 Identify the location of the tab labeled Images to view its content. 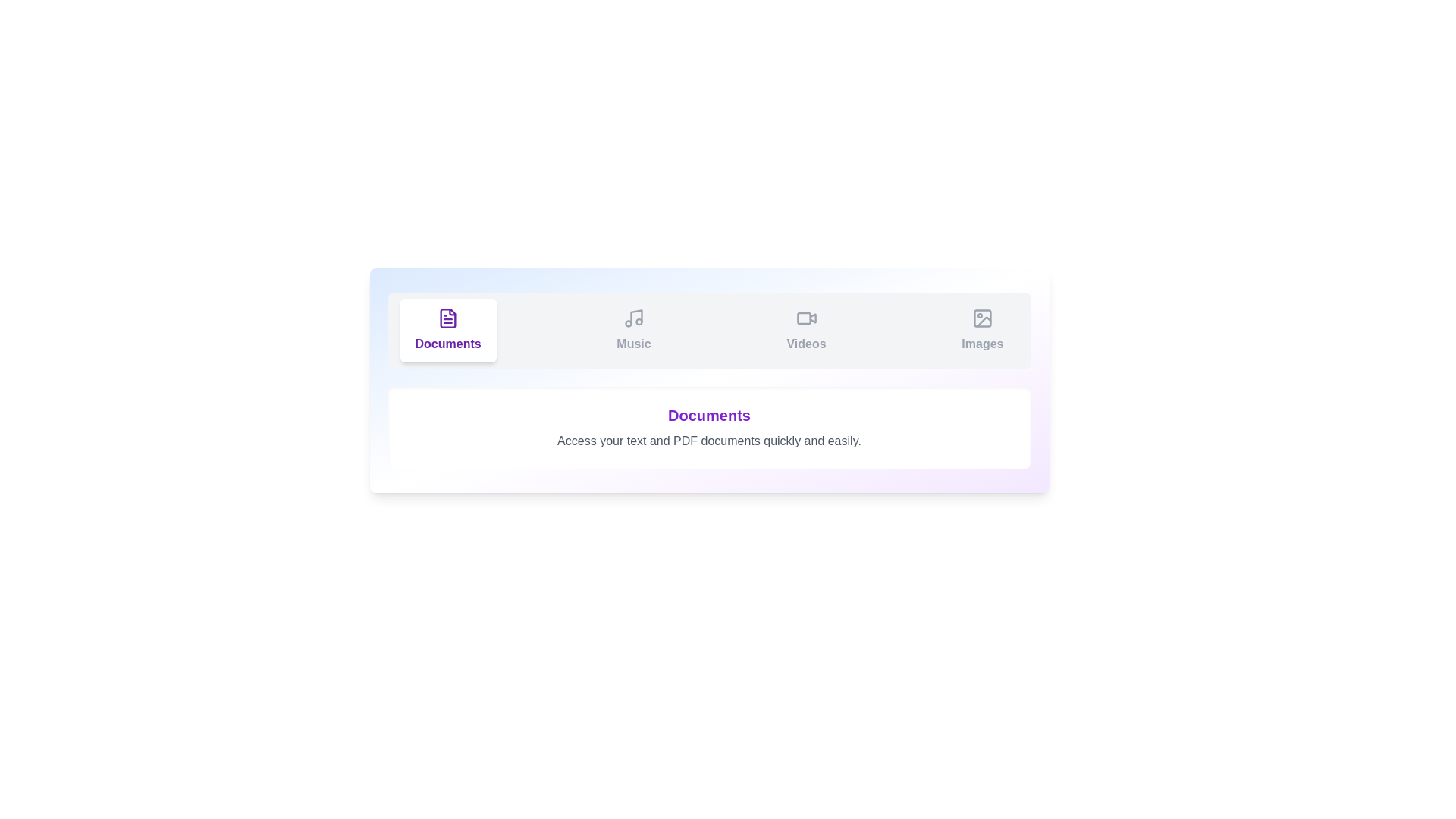
(983, 329).